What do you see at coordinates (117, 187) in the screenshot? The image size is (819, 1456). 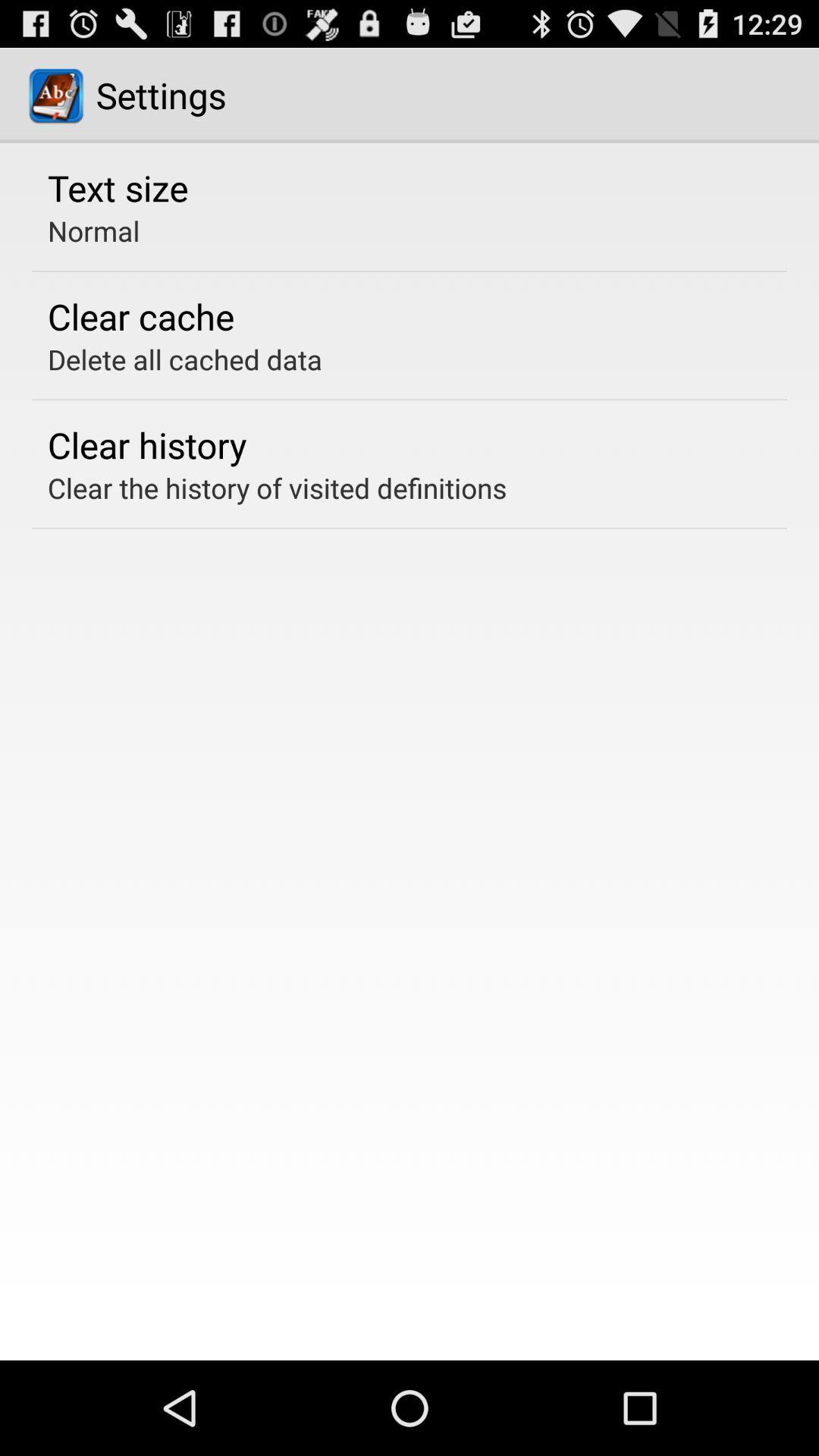 I see `text size item` at bounding box center [117, 187].